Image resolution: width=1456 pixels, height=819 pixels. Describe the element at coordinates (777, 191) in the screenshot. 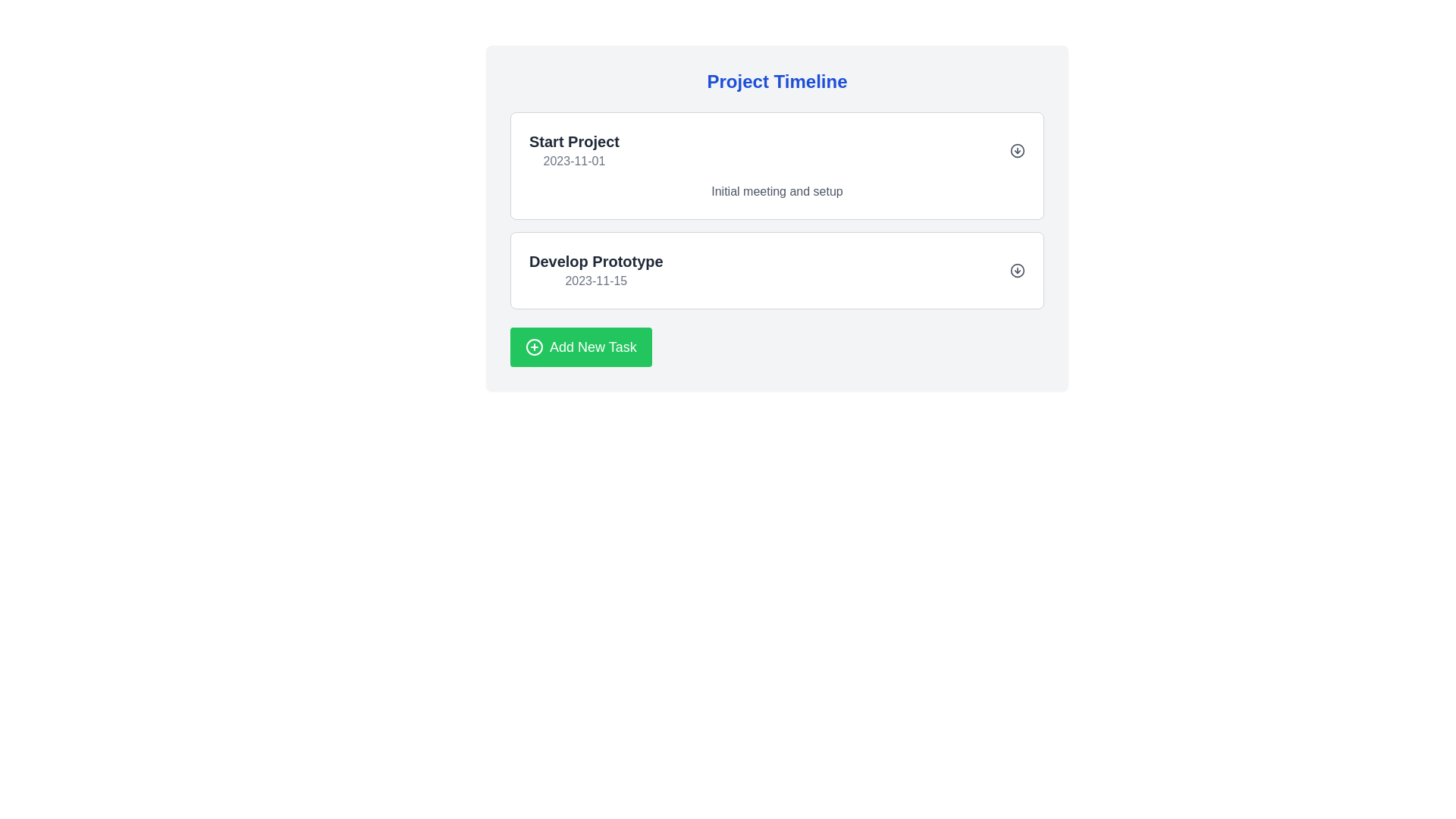

I see `the text label reading 'Initial meeting and setup' located at the bottom of the 'Start Project' card` at that location.